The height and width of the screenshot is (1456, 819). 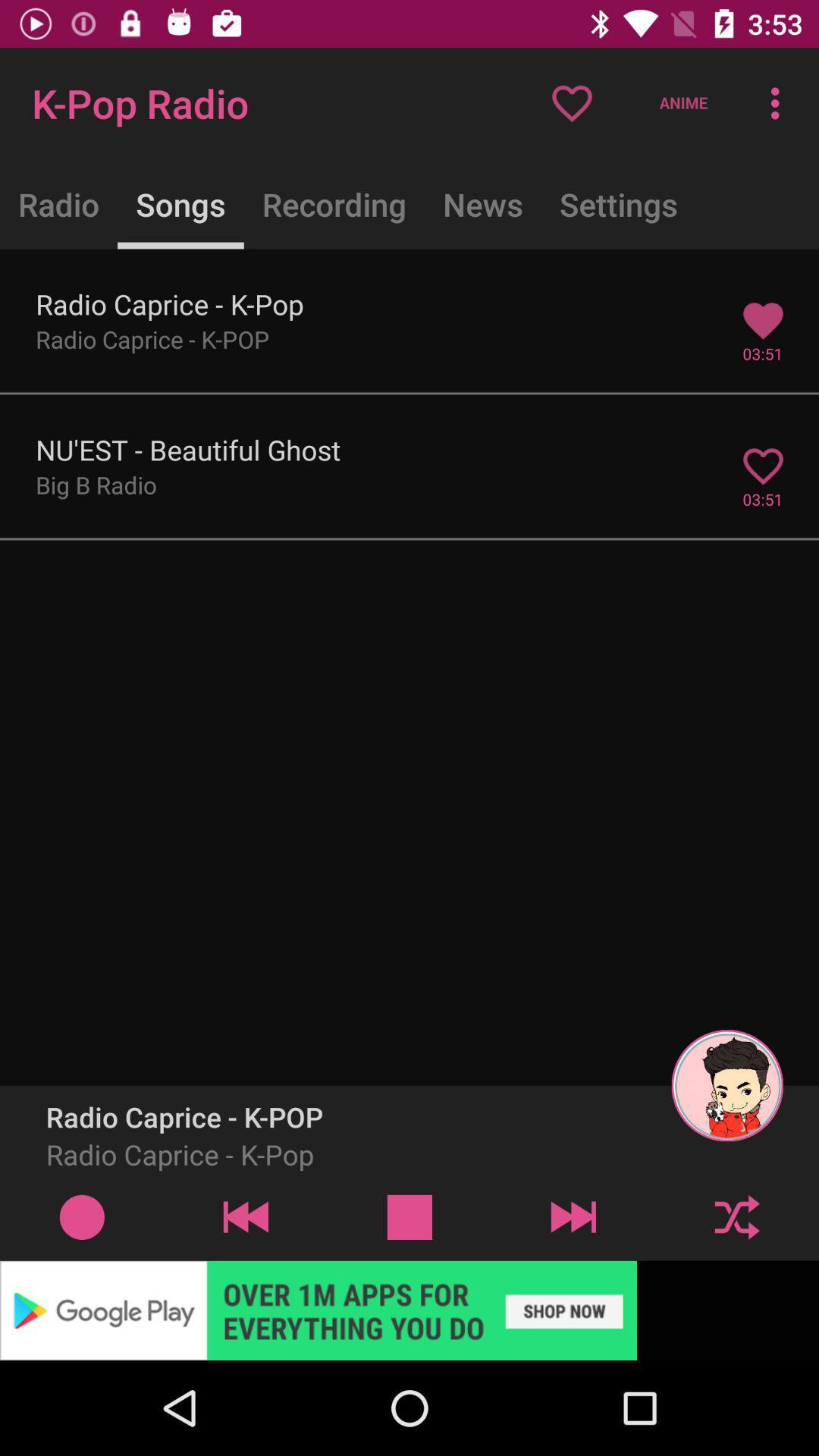 I want to click on advertisement, so click(x=409, y=1310).